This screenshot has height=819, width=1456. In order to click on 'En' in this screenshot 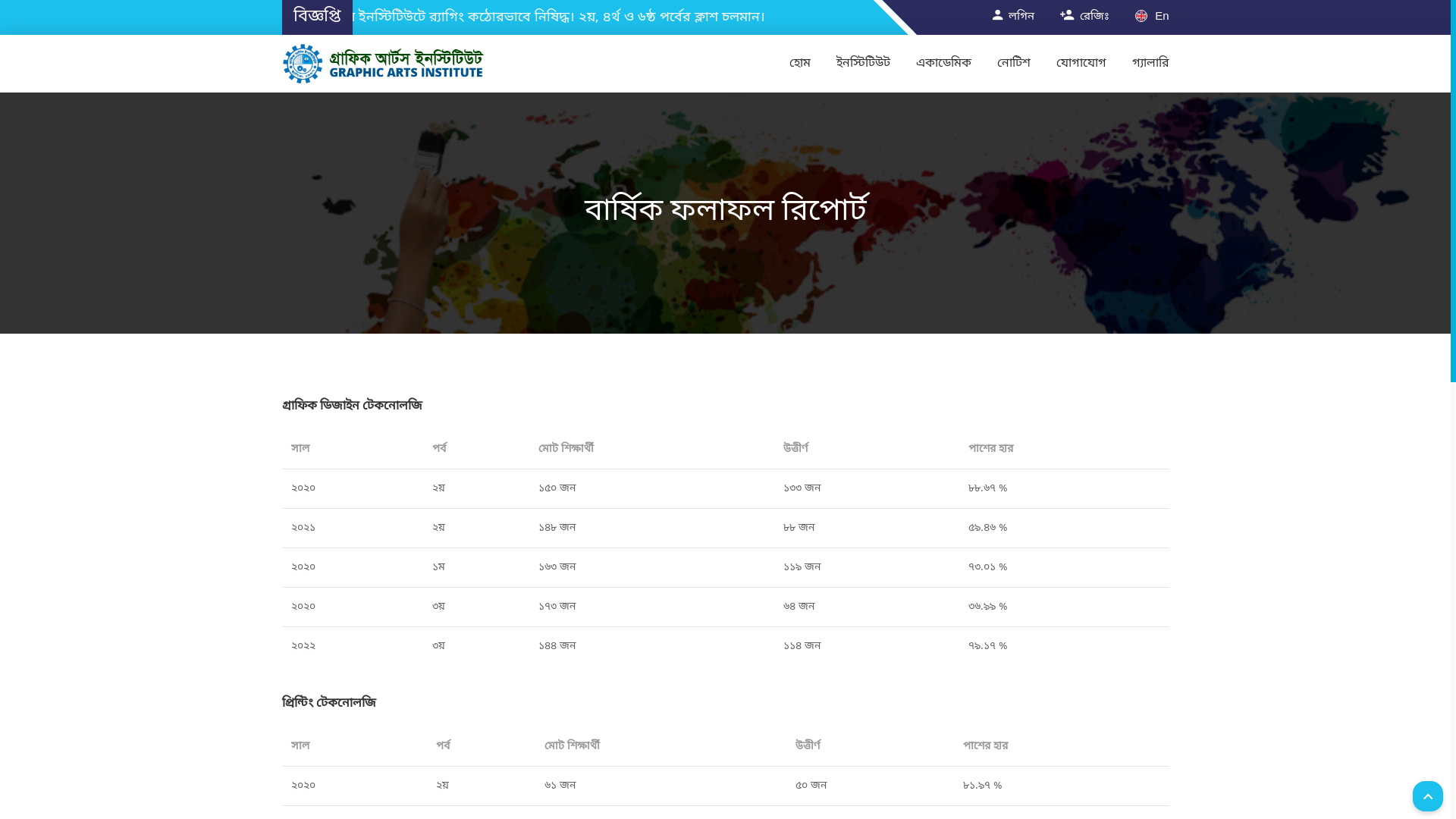, I will do `click(1151, 17)`.